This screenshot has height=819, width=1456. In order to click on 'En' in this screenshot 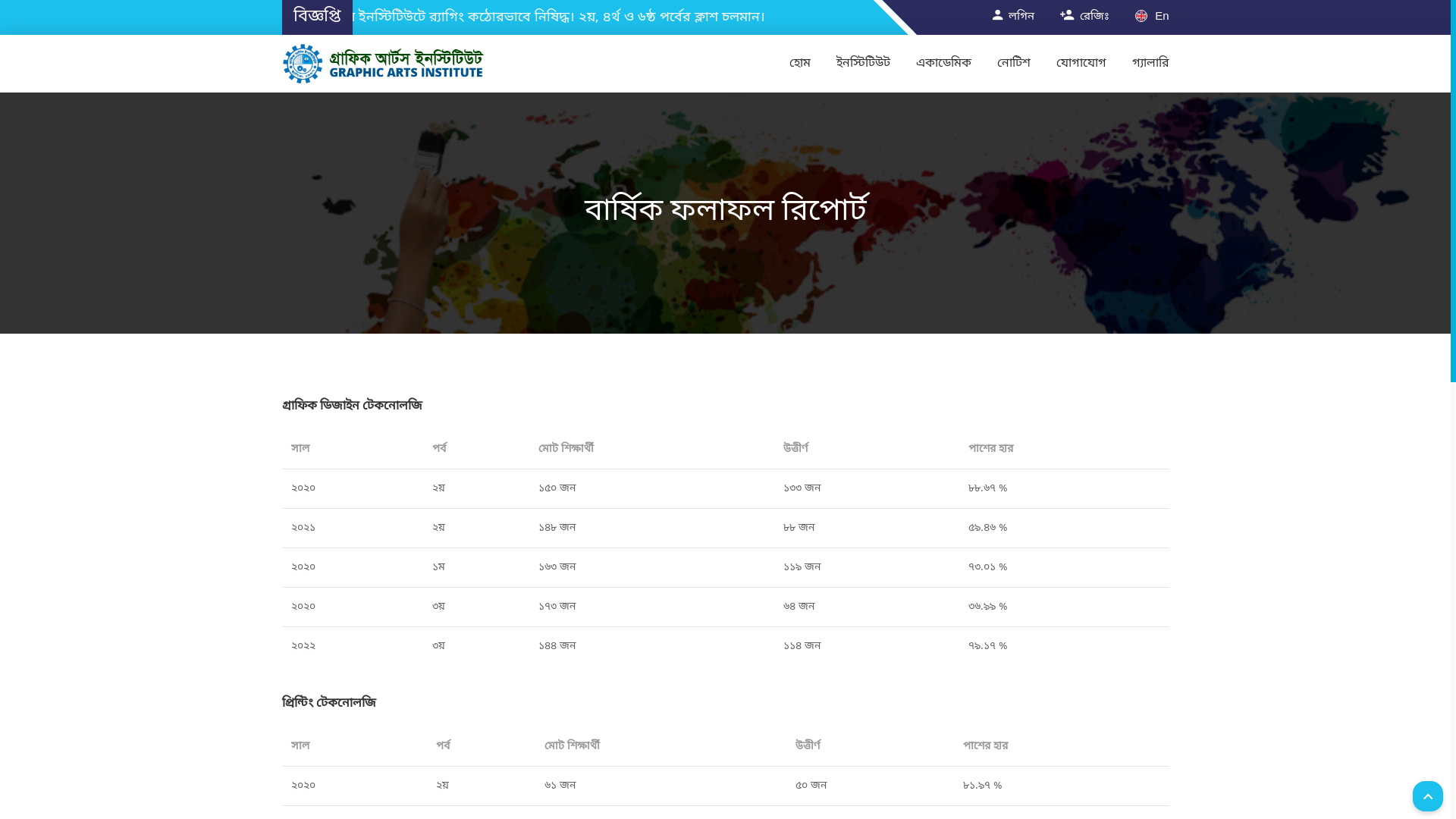, I will do `click(1151, 17)`.